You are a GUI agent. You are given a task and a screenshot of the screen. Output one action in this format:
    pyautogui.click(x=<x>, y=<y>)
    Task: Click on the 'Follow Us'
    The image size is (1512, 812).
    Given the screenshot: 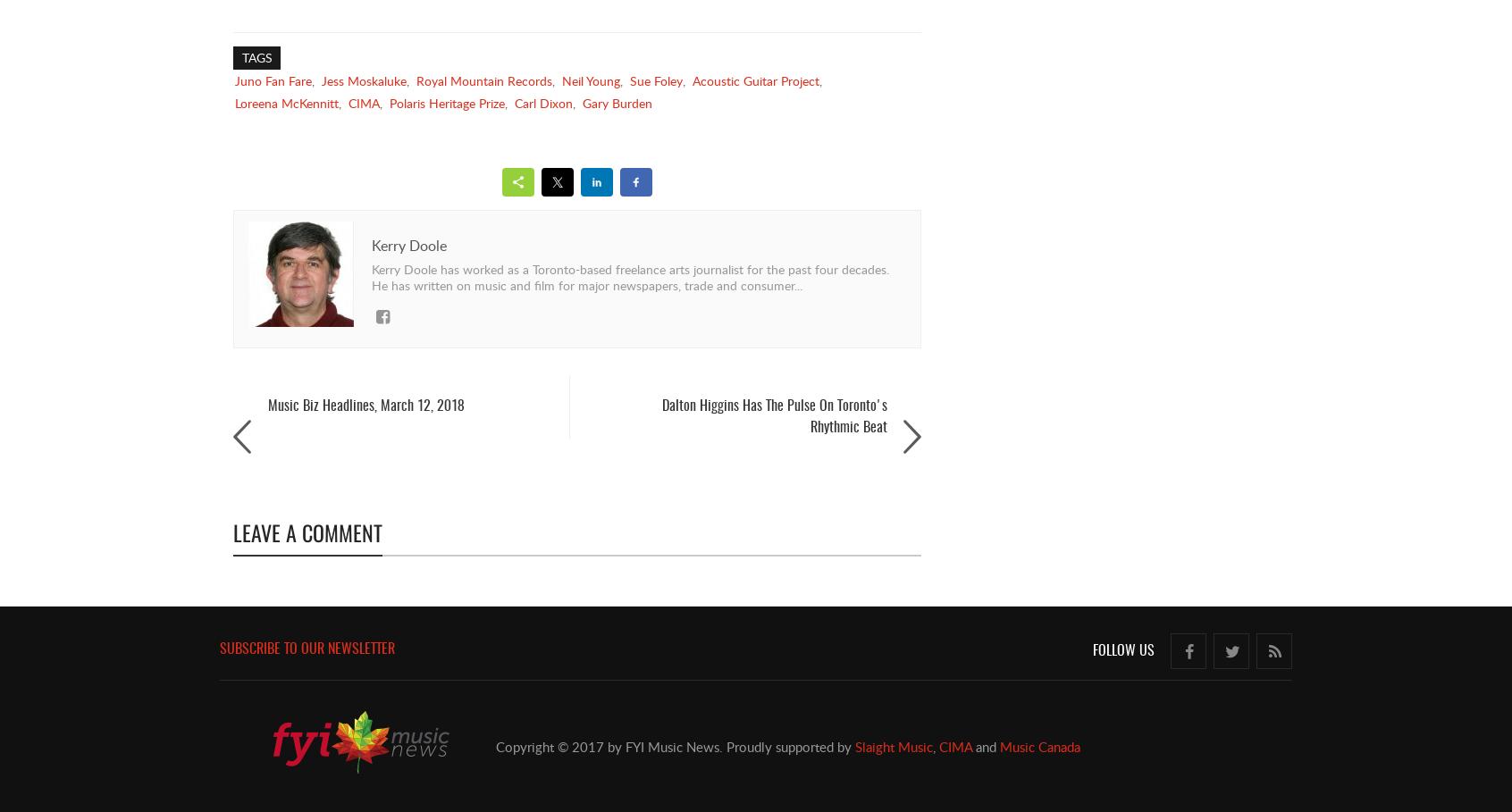 What is the action you would take?
    pyautogui.click(x=1123, y=649)
    